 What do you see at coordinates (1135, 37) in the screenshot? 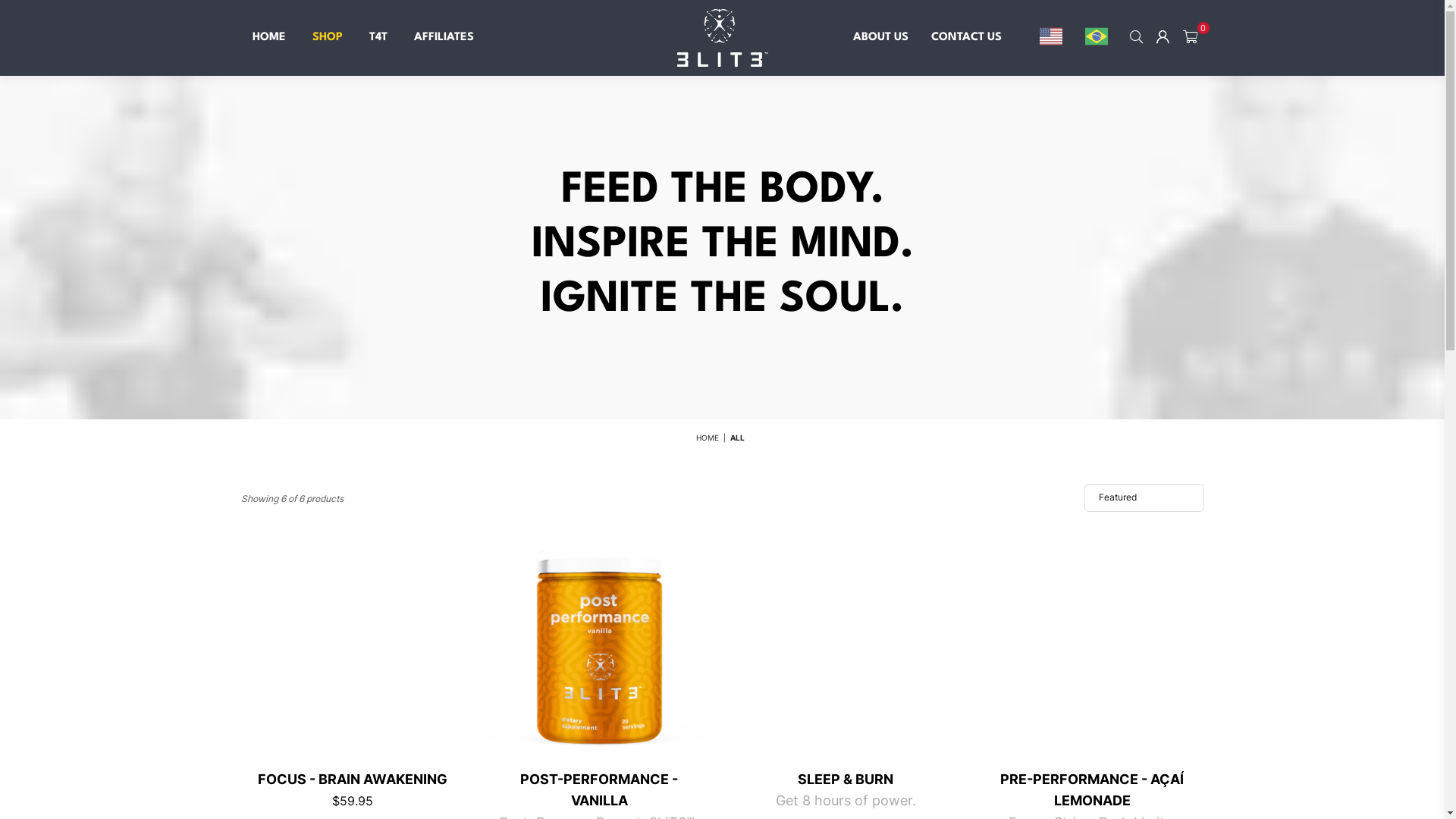
I see `'SEARCH'` at bounding box center [1135, 37].